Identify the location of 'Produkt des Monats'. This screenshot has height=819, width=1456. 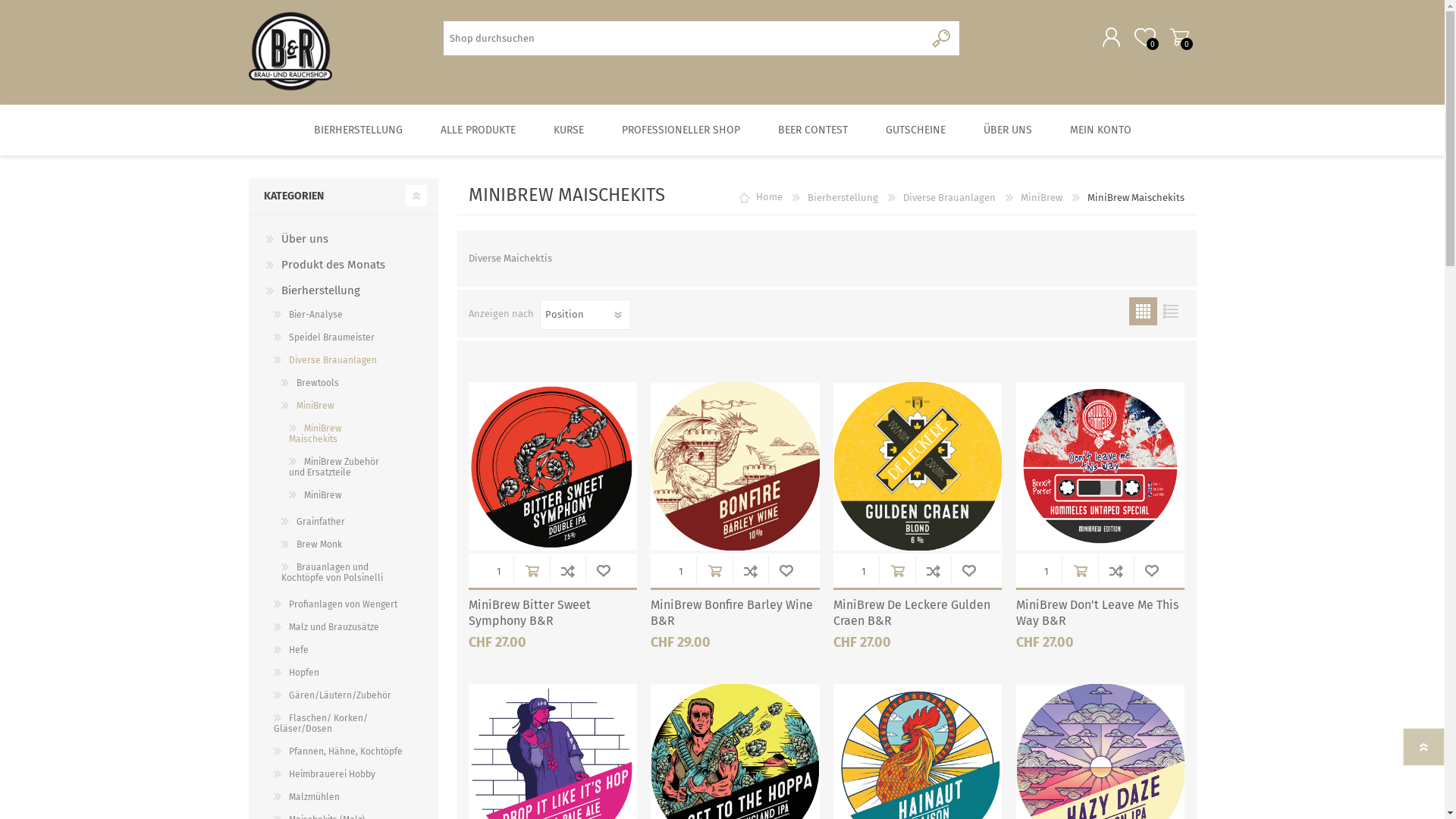
(325, 263).